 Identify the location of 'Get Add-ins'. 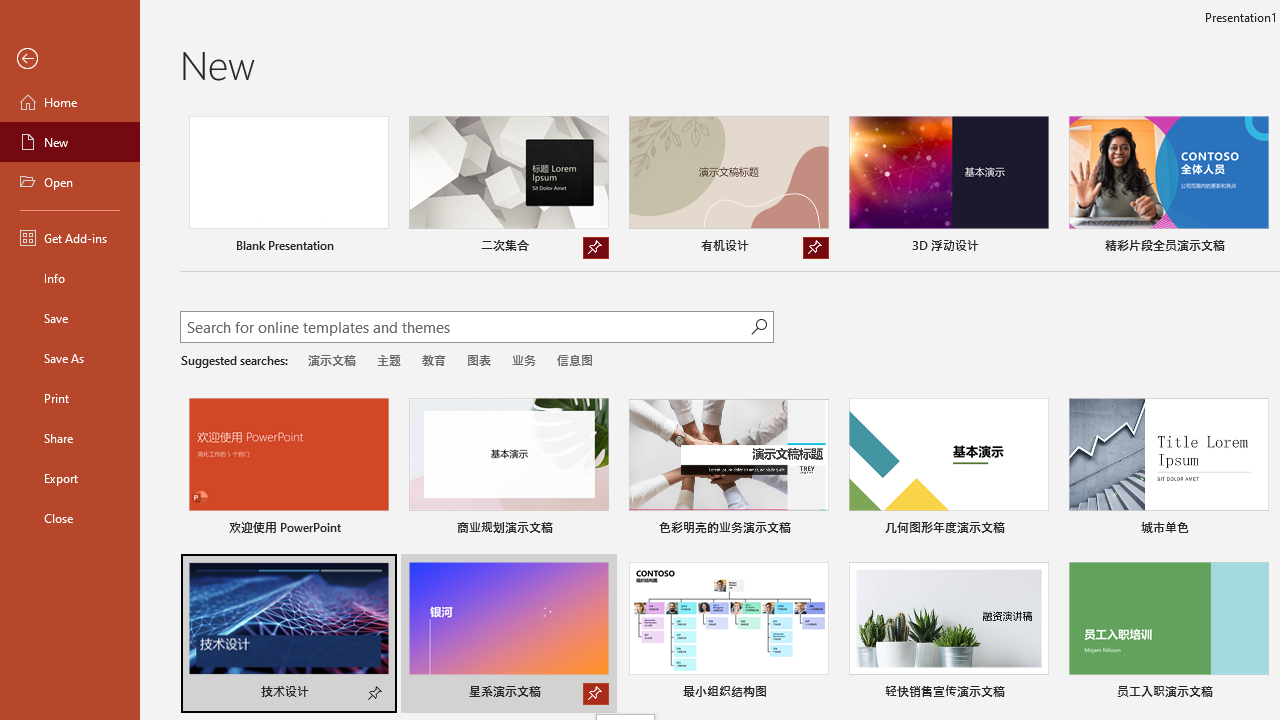
(69, 236).